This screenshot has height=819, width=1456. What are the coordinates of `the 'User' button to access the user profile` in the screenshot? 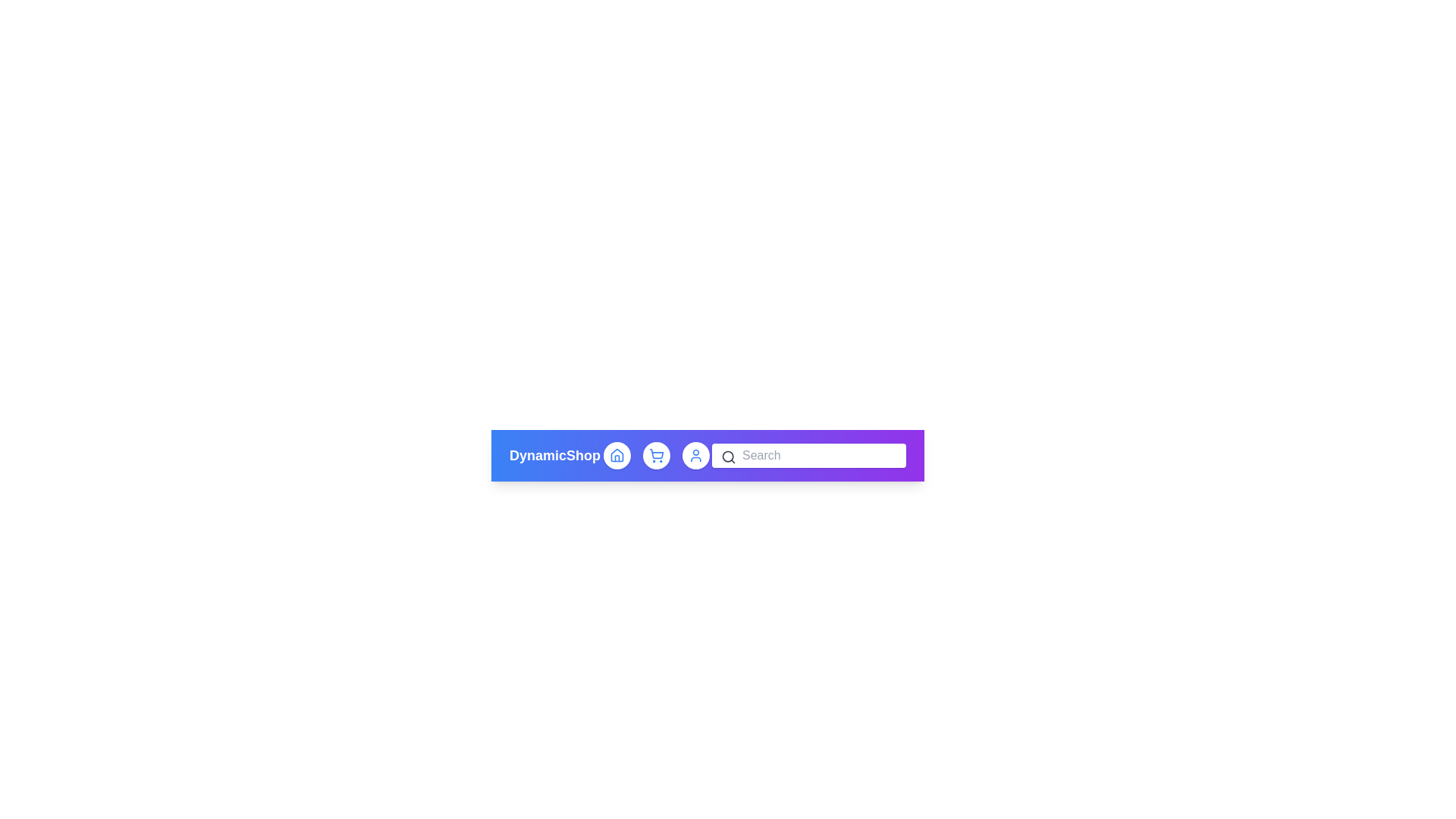 It's located at (695, 455).